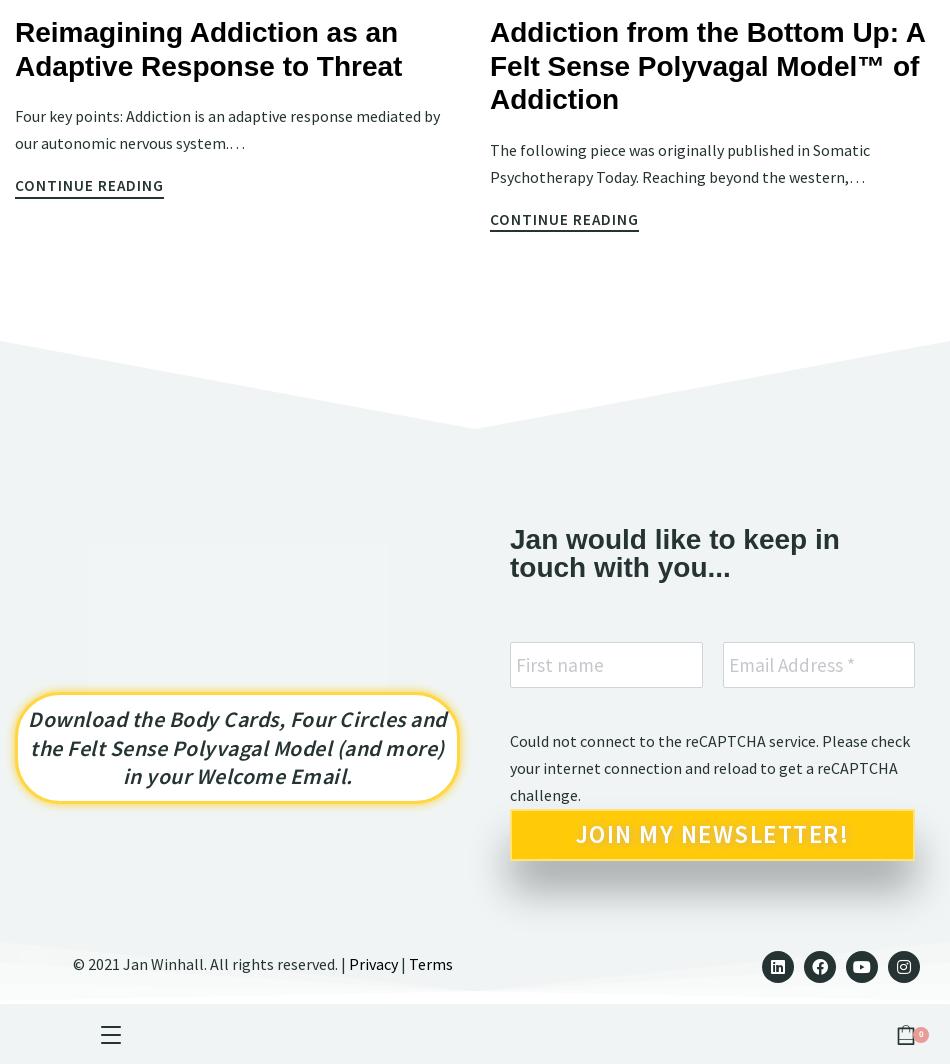 The height and width of the screenshot is (1064, 950). I want to click on 'Download the Body Cards, Four Circles and the Felt Sense Polyvagal Model (and more) in your Welcome Email.', so click(237, 747).